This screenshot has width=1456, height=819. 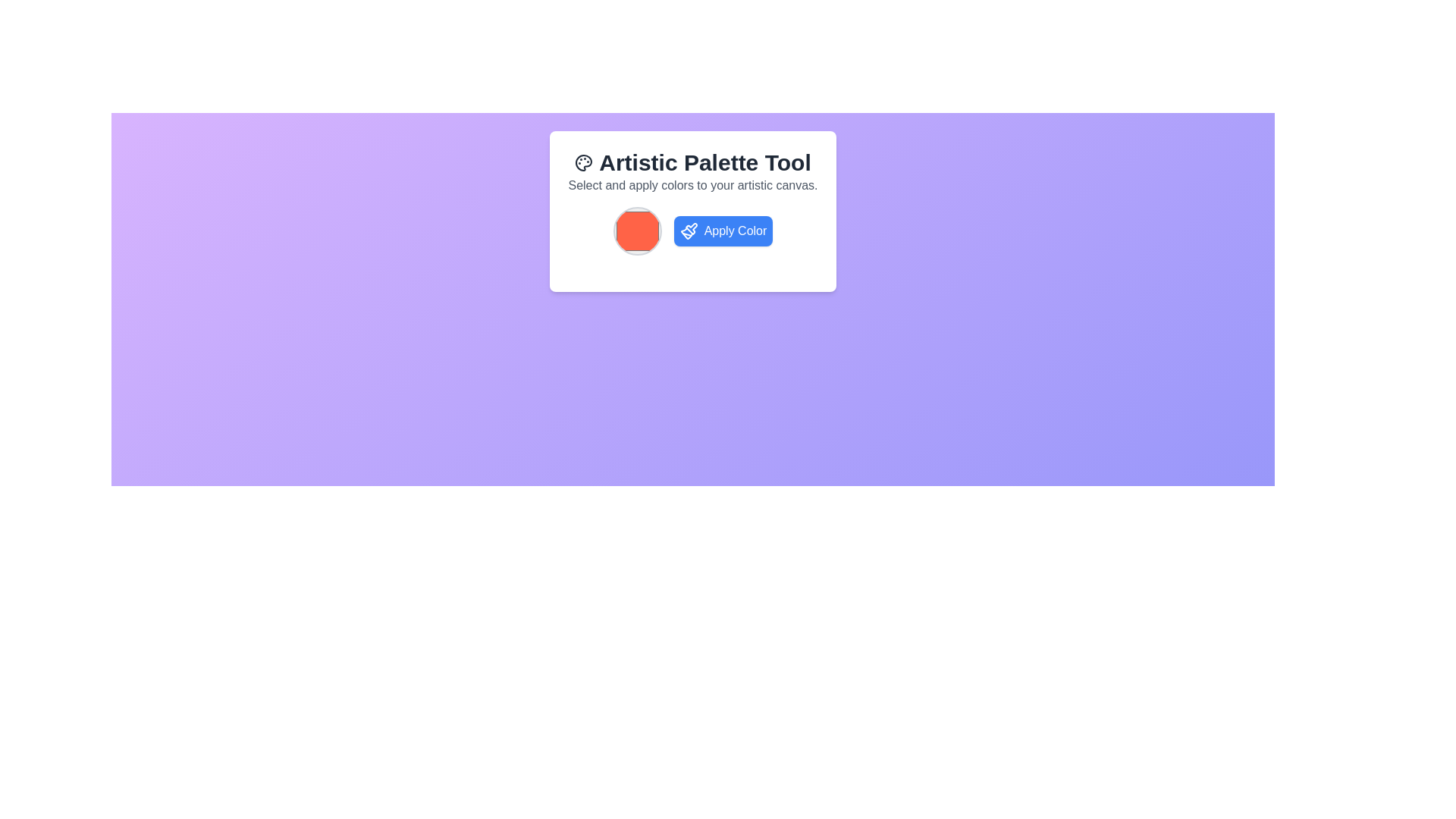 What do you see at coordinates (583, 163) in the screenshot?
I see `the palette icon representing the 'Artistic Palette Tool' located in the header section of the interface, positioned to the far left of the title text` at bounding box center [583, 163].